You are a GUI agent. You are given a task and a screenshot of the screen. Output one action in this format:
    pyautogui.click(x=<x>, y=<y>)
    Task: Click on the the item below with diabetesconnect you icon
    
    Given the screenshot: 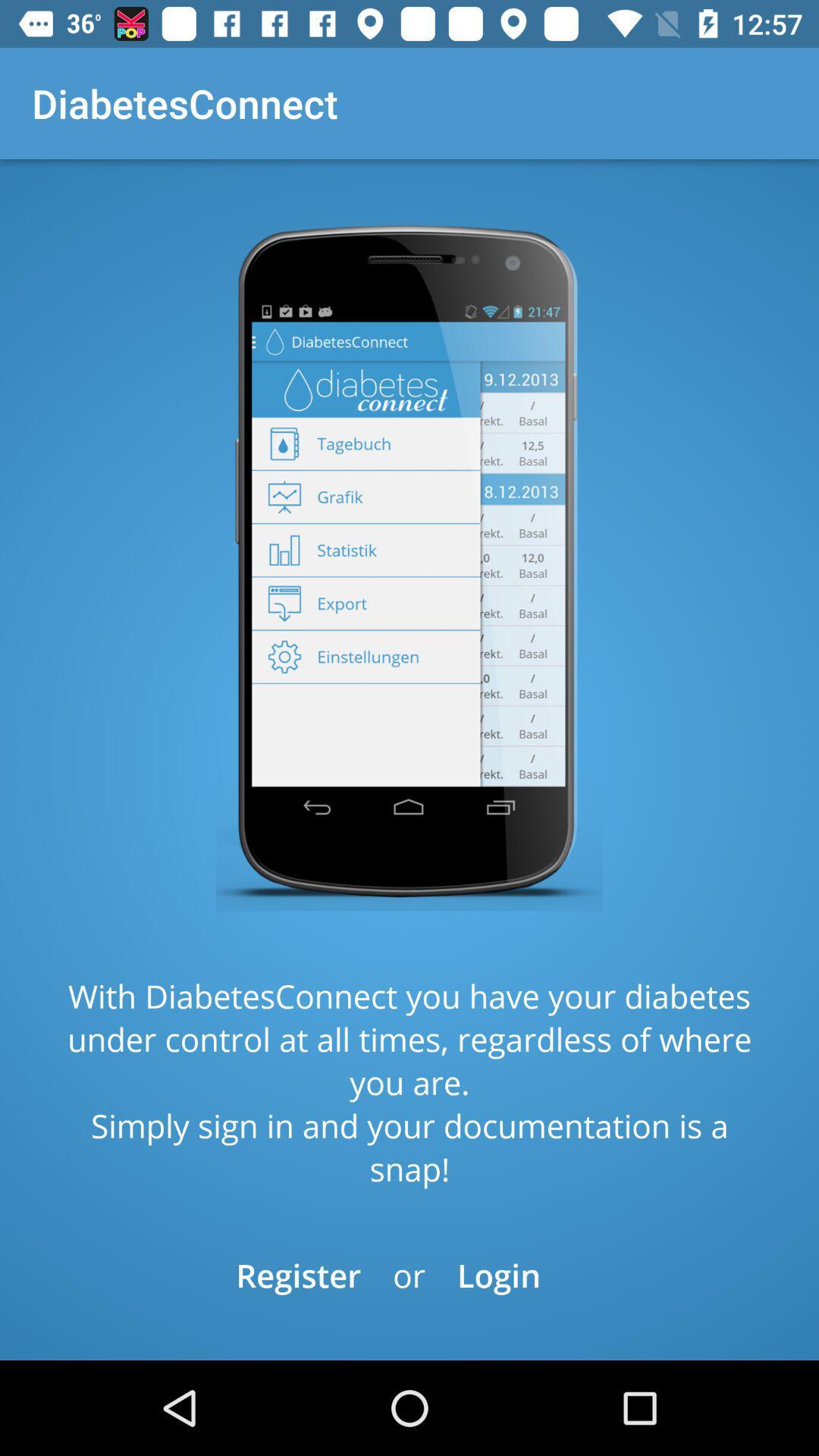 What is the action you would take?
    pyautogui.click(x=298, y=1274)
    